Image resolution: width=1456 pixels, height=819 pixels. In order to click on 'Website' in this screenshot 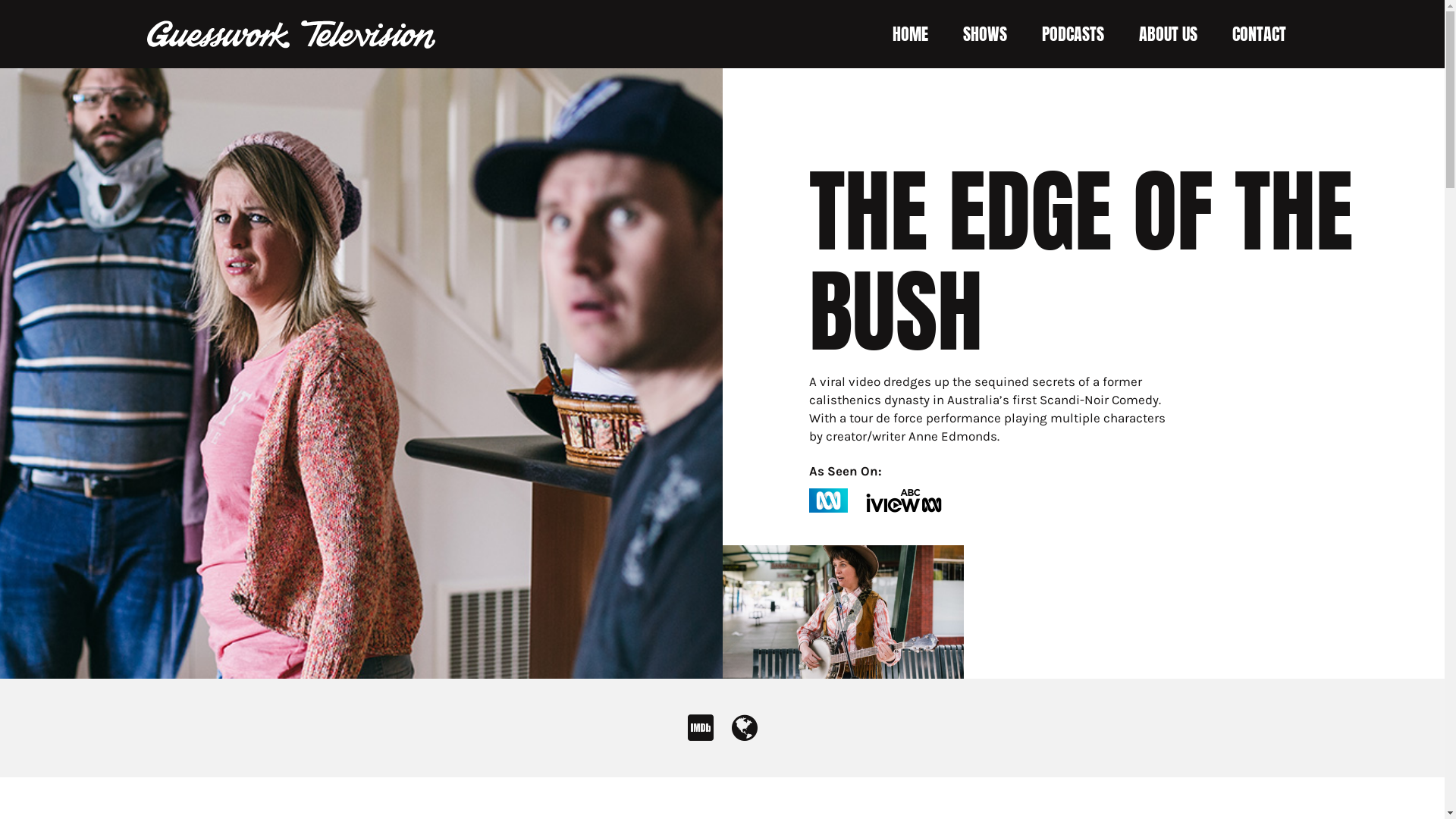, I will do `click(743, 733)`.